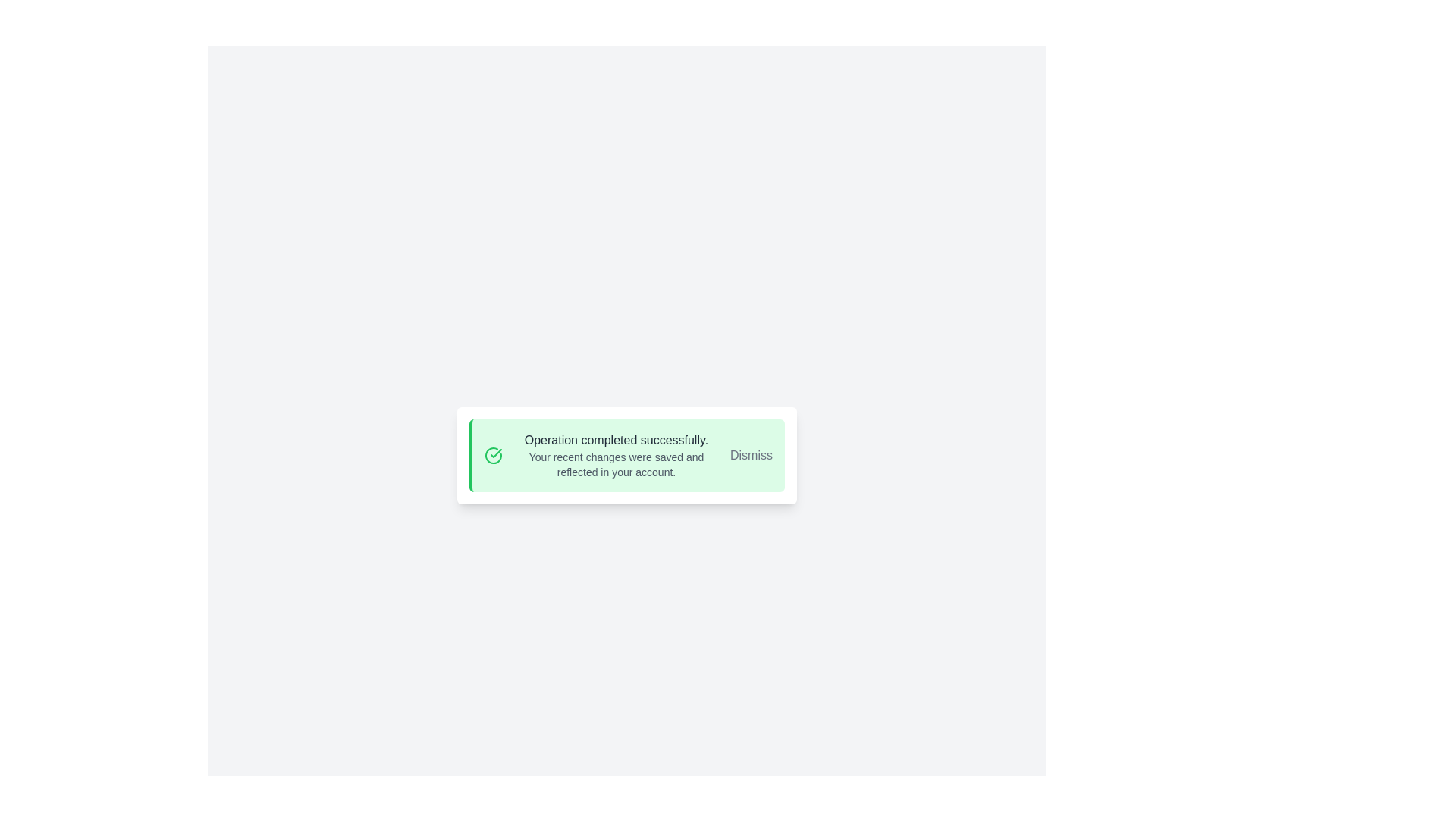 The width and height of the screenshot is (1456, 819). What do you see at coordinates (616, 455) in the screenshot?
I see `the confirmation message text label located in the center section of the notification card, which has a green background and is positioned between a check mark icon and a 'Dismiss' button` at bounding box center [616, 455].